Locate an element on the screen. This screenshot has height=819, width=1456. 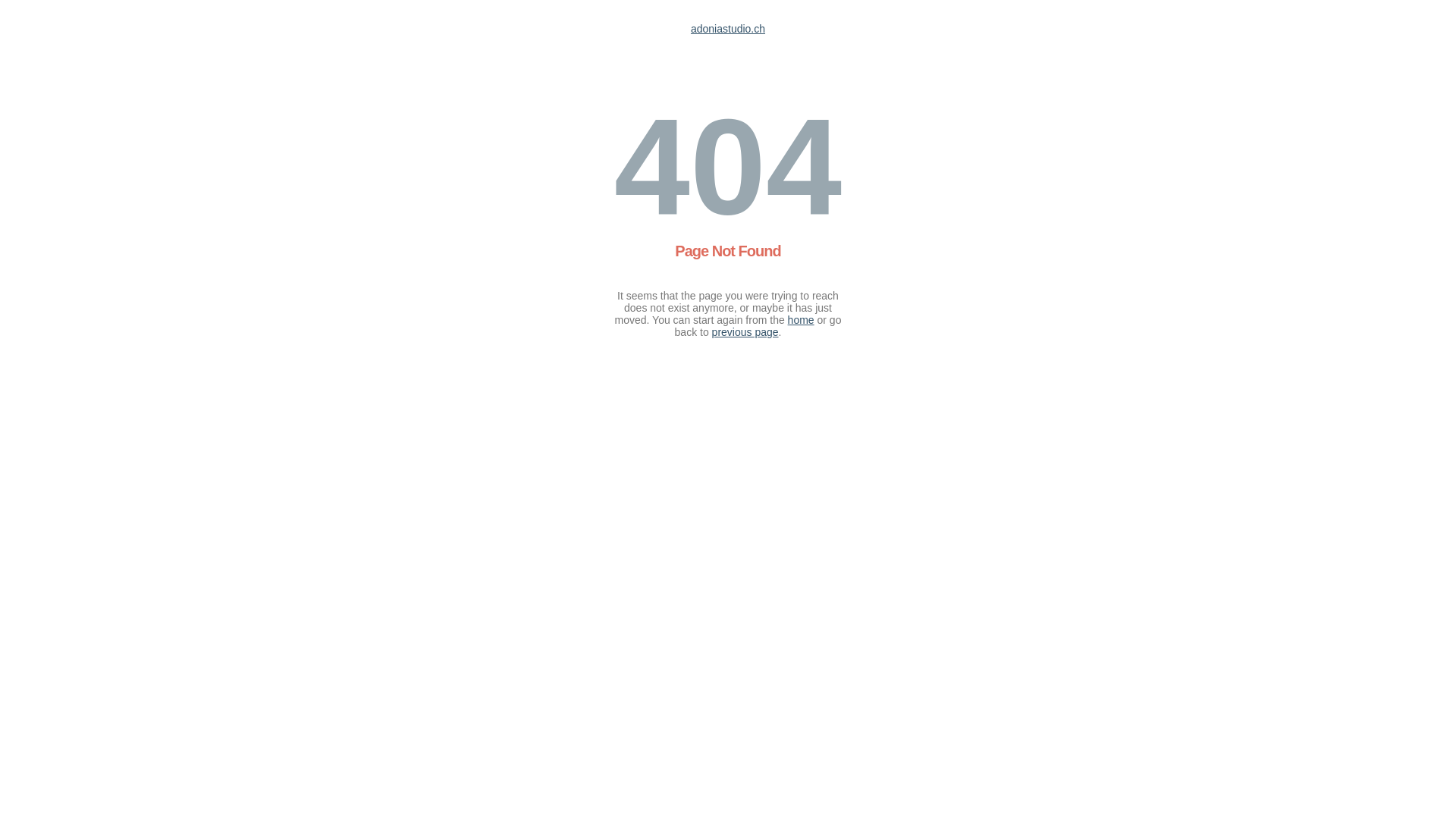
'home' is located at coordinates (800, 318).